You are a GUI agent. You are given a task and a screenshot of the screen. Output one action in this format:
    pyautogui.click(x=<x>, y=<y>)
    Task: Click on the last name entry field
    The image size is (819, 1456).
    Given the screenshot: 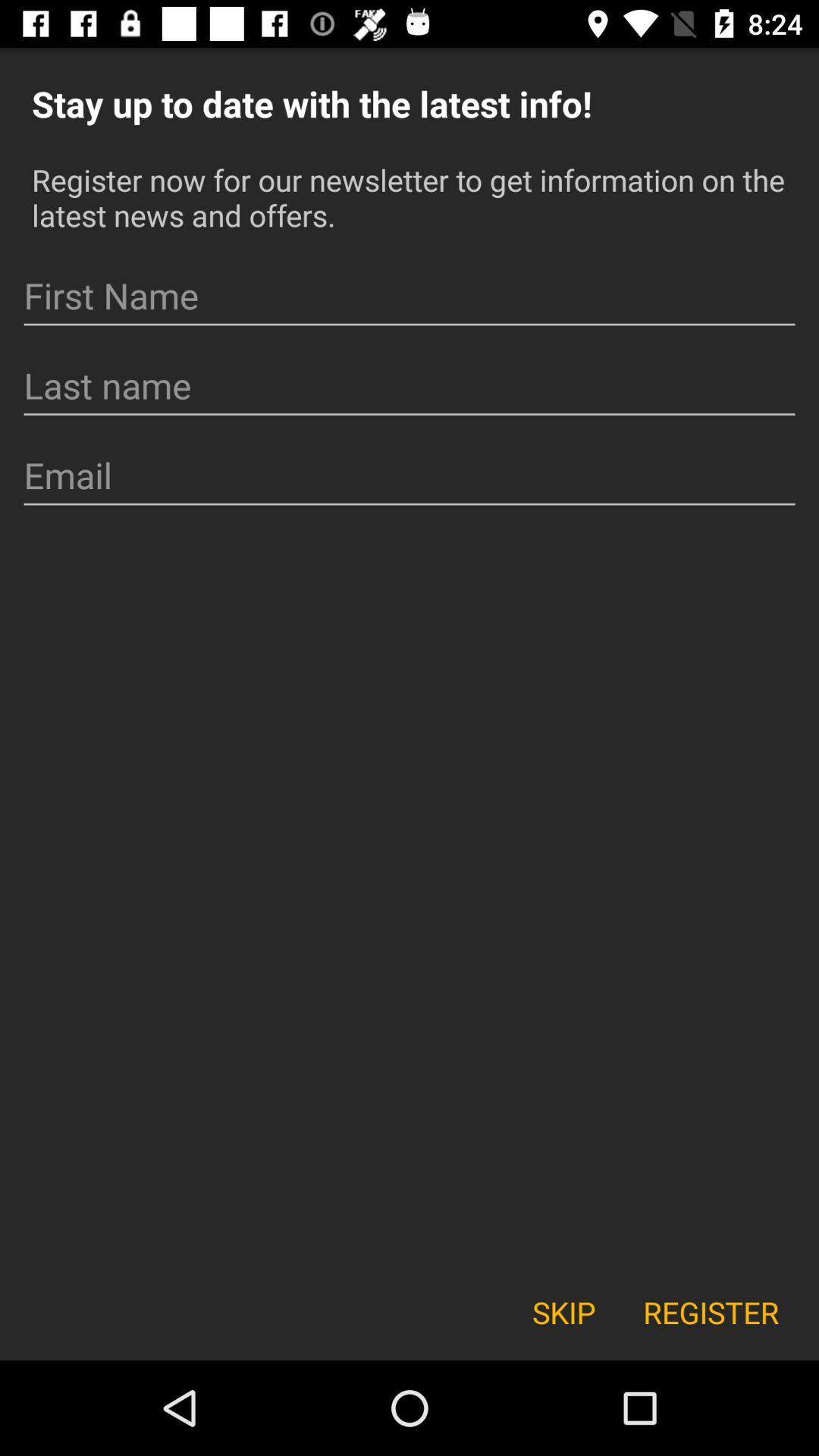 What is the action you would take?
    pyautogui.click(x=409, y=386)
    